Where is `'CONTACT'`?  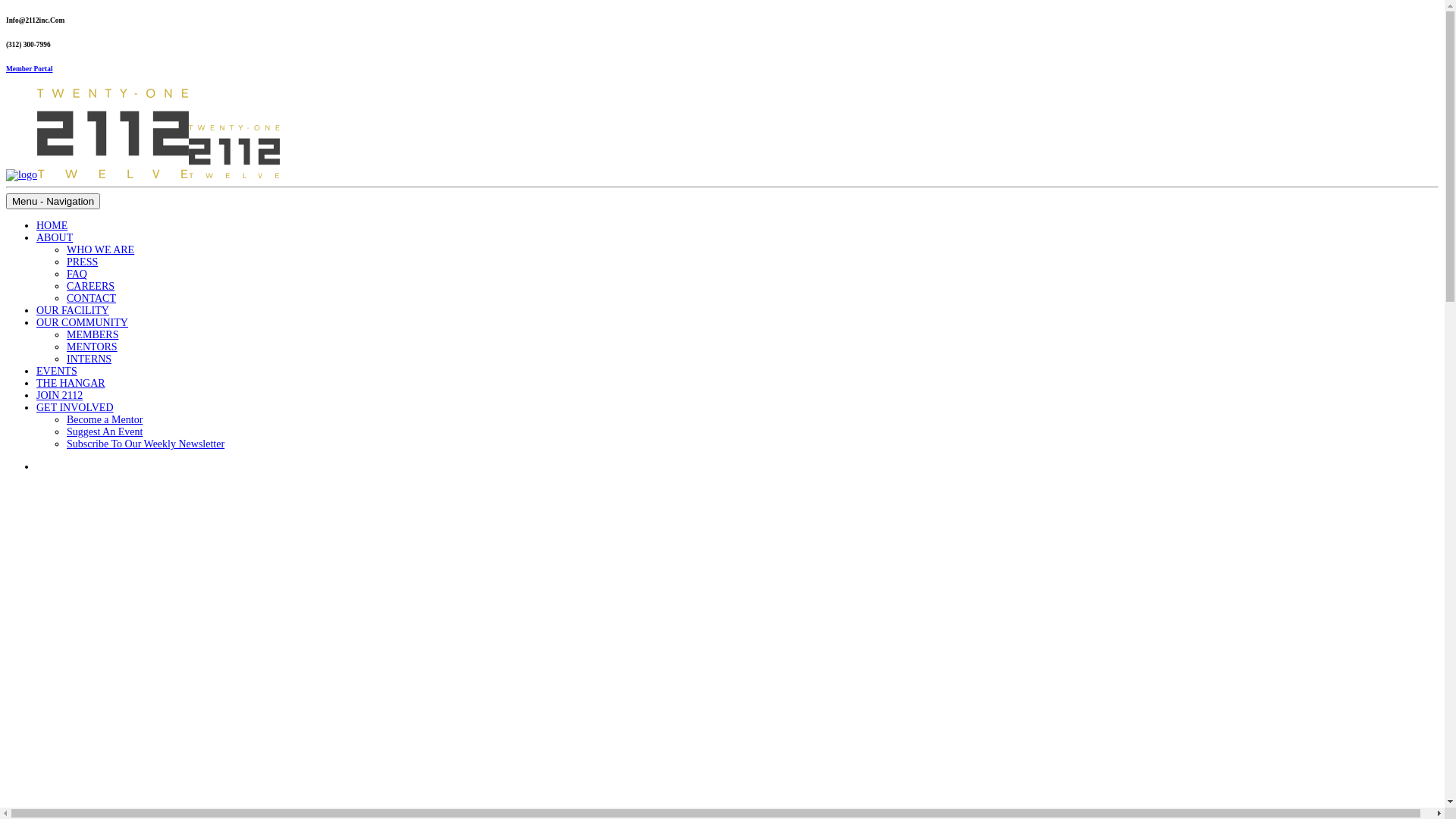 'CONTACT' is located at coordinates (65, 298).